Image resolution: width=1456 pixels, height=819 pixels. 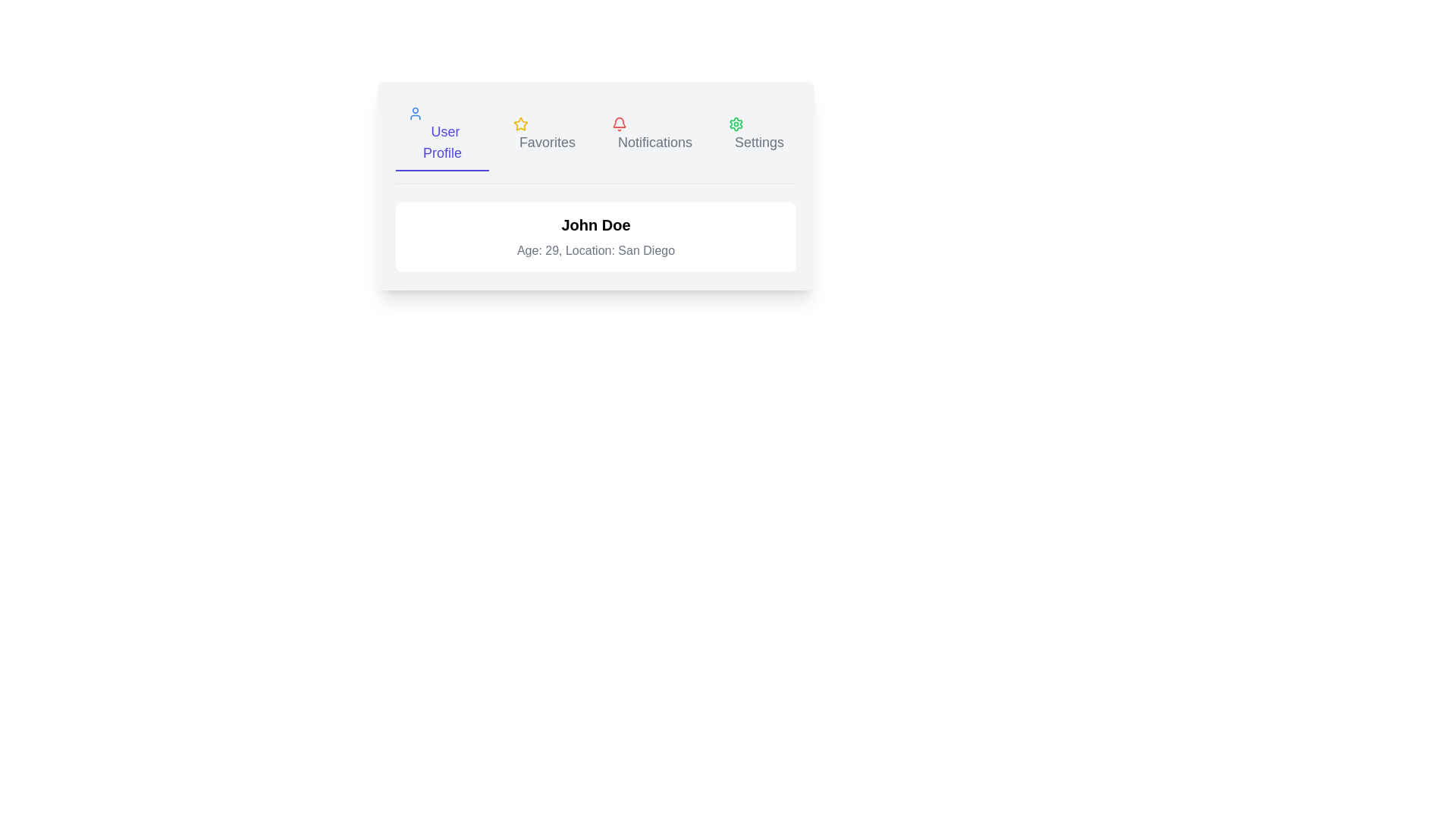 What do you see at coordinates (544, 134) in the screenshot?
I see `the 'Favorites' Button, which features a yellow star icon and gray text` at bounding box center [544, 134].